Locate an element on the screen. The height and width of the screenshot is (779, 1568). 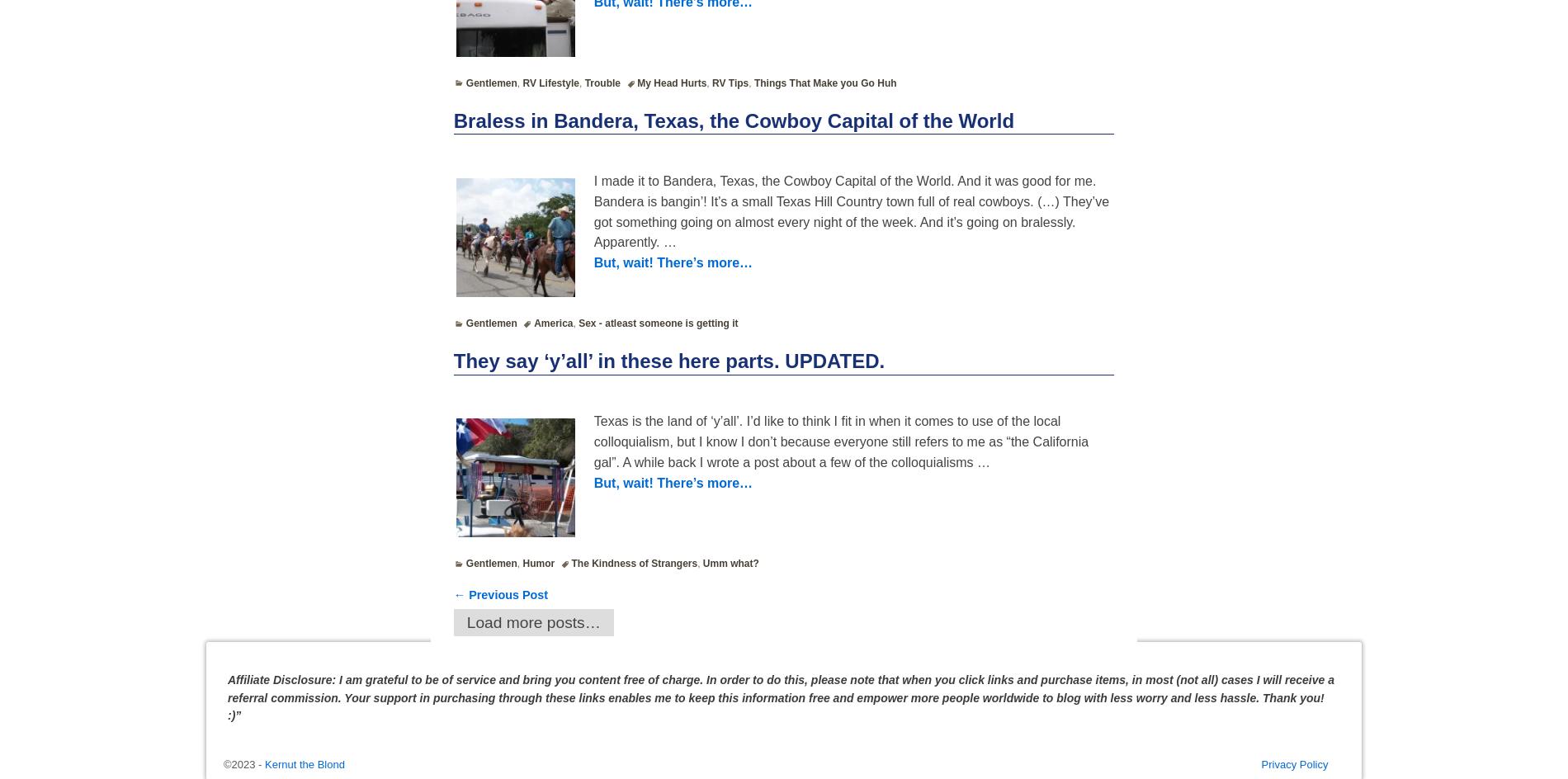
'©2023 -' is located at coordinates (243, 763).